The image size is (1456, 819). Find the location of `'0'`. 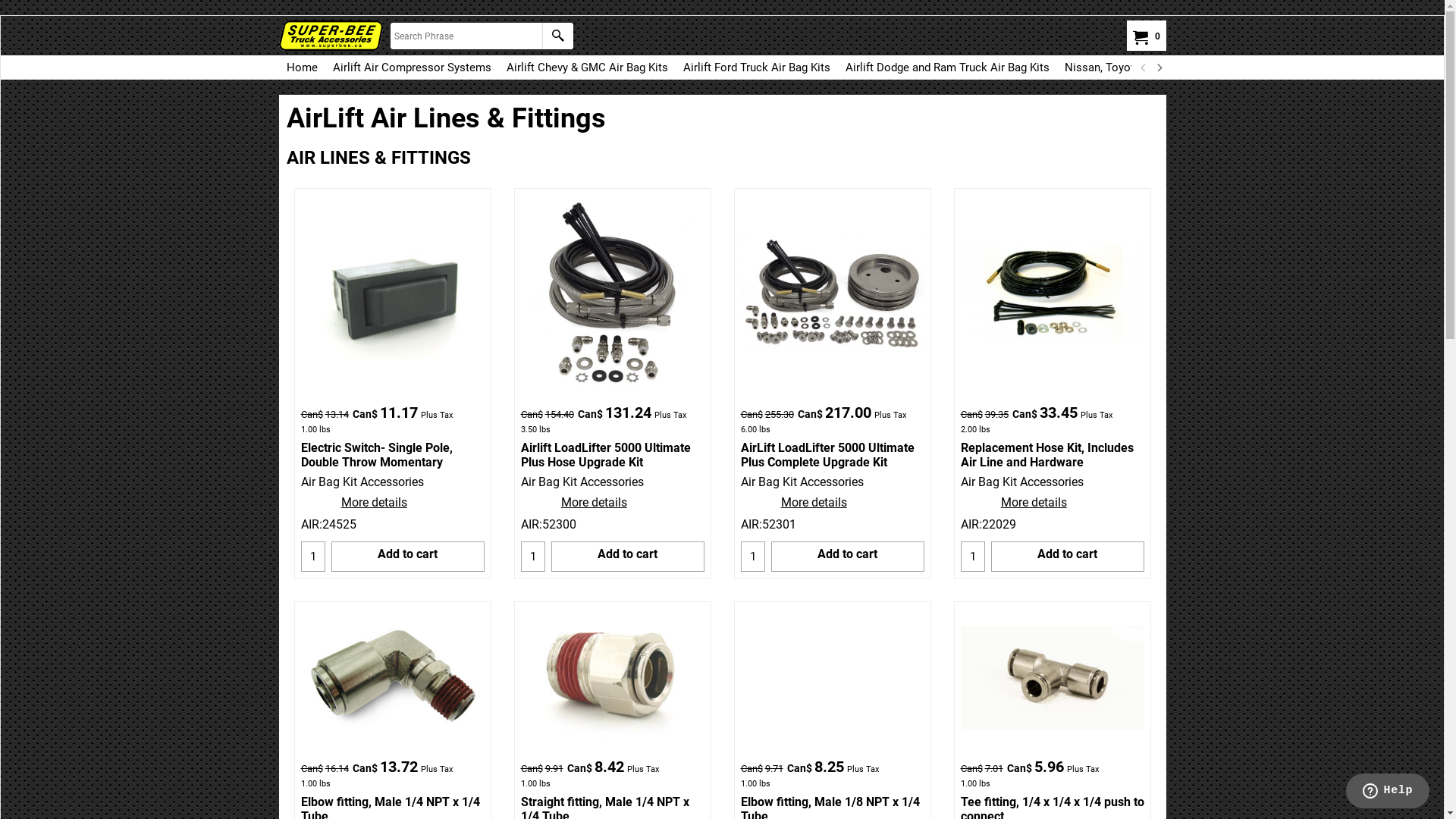

'0' is located at coordinates (1144, 36).